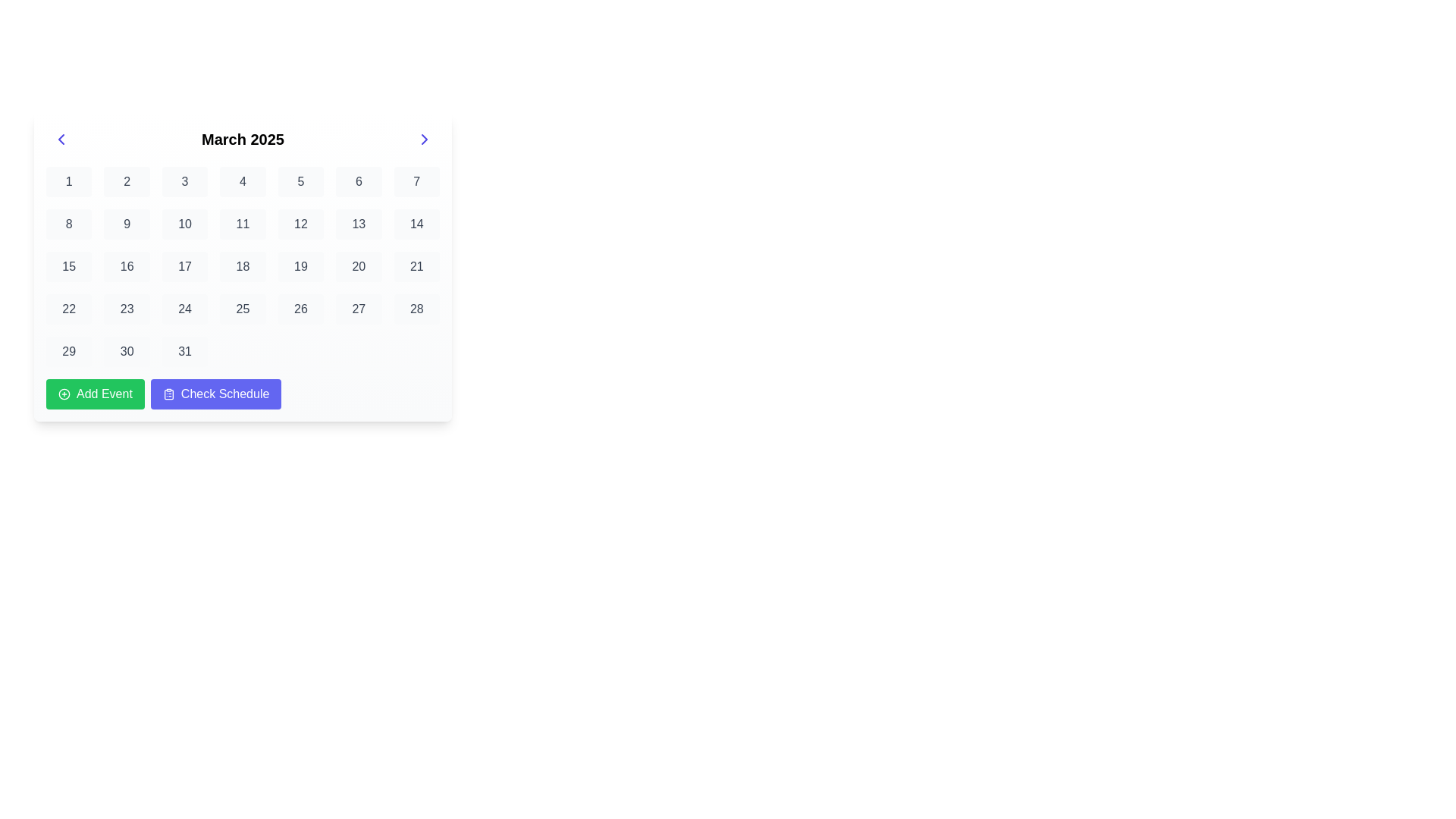  I want to click on the calendar date button representing the 26th of March 2025, so click(300, 309).